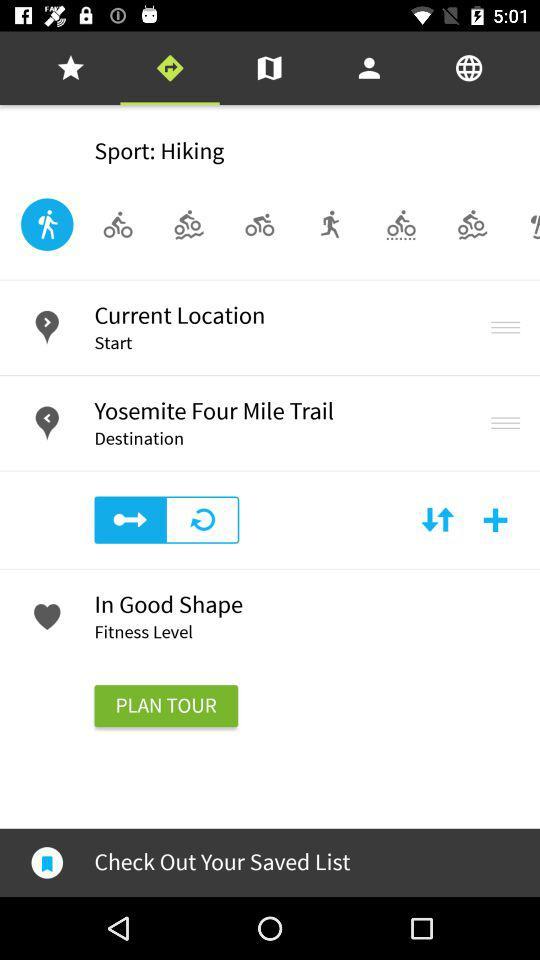 The width and height of the screenshot is (540, 960). What do you see at coordinates (436, 519) in the screenshot?
I see `the swap icon` at bounding box center [436, 519].